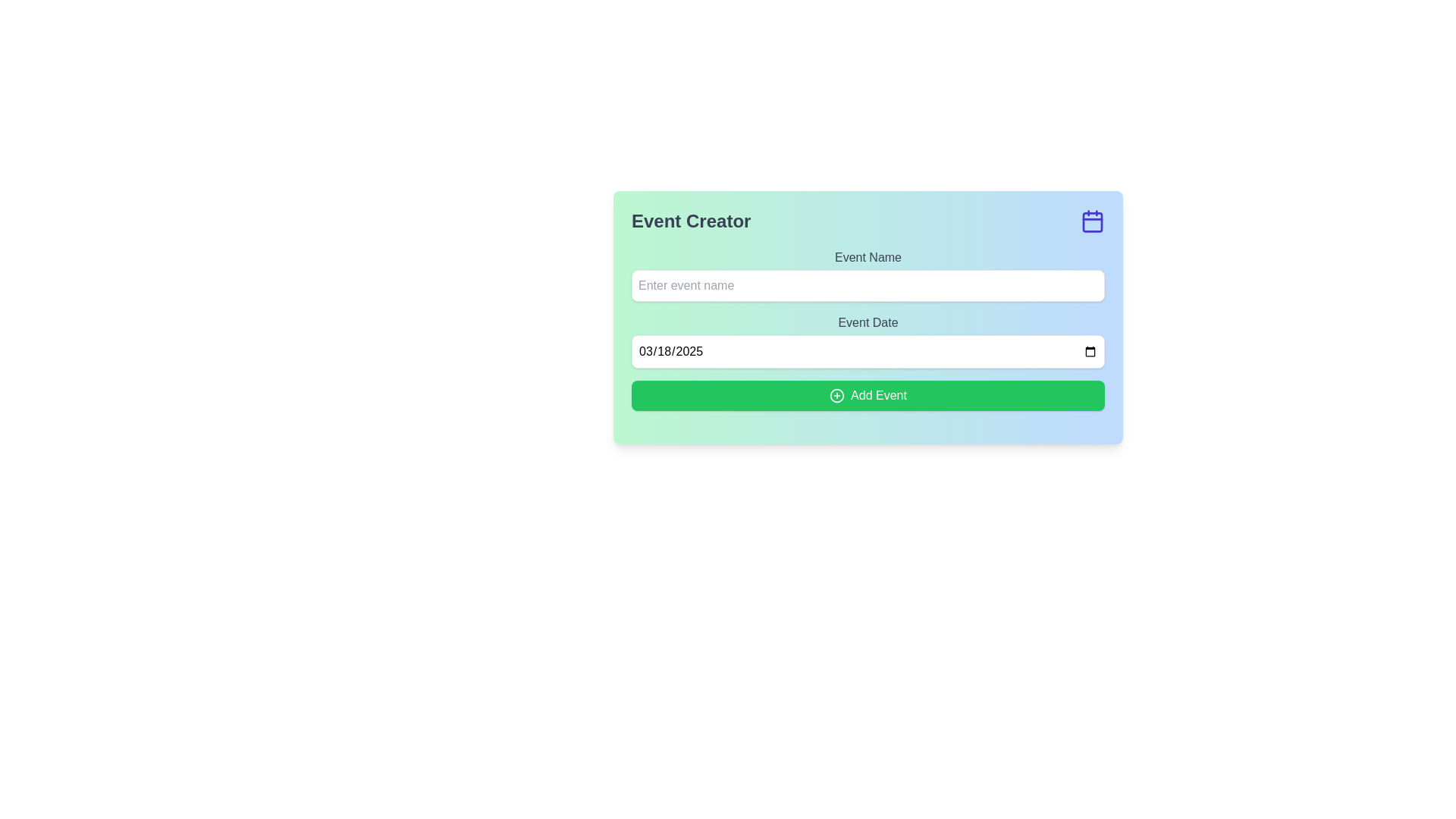 This screenshot has height=819, width=1456. Describe the element at coordinates (836, 394) in the screenshot. I see `the circular plus-symbol icon located inside the green 'Add Event' button at the bottom of the form-like interface` at that location.